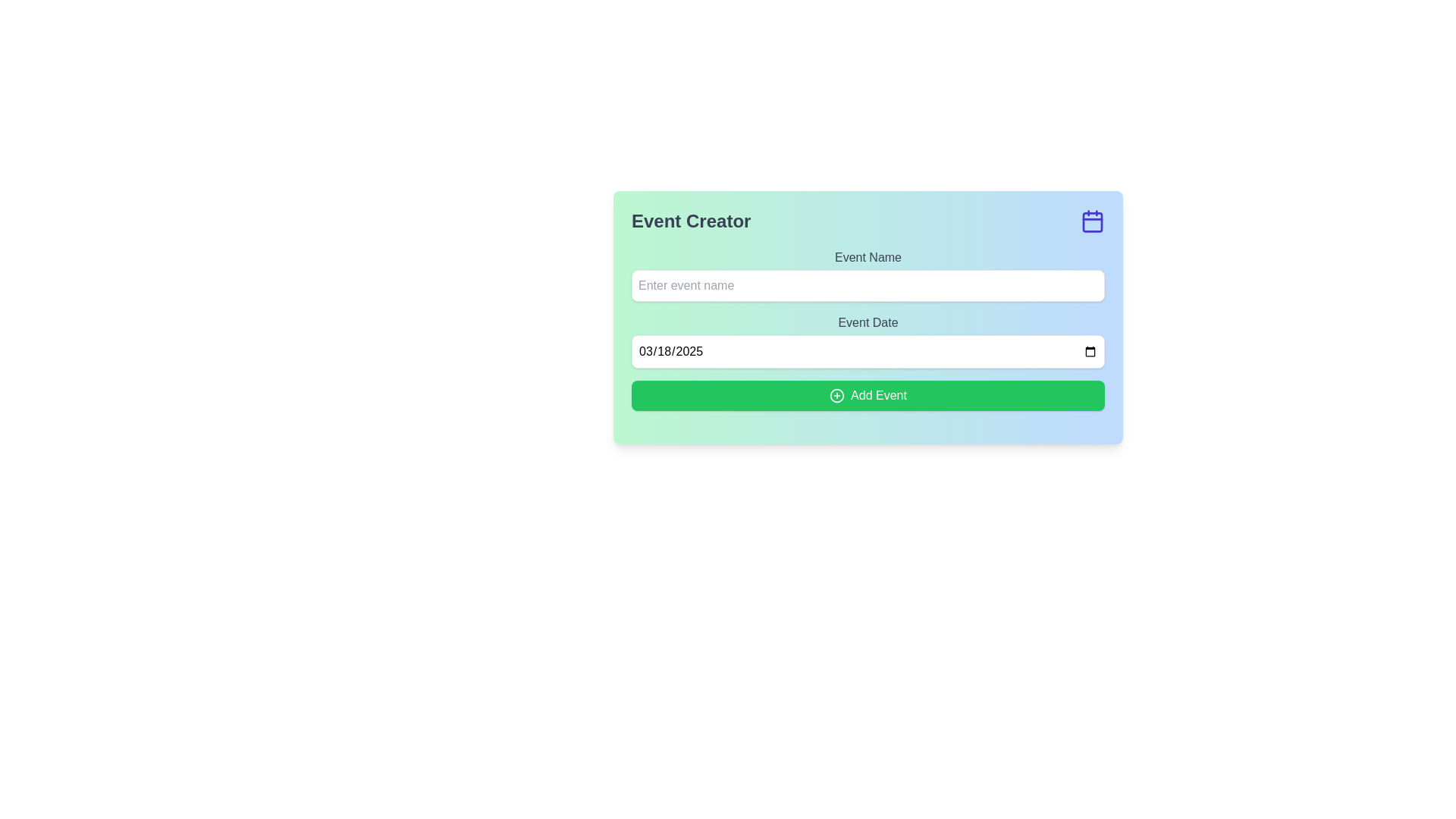 This screenshot has height=819, width=1456. Describe the element at coordinates (836, 394) in the screenshot. I see `the circular plus-symbol icon located inside the green 'Add Event' button at the bottom of the form-like interface` at that location.